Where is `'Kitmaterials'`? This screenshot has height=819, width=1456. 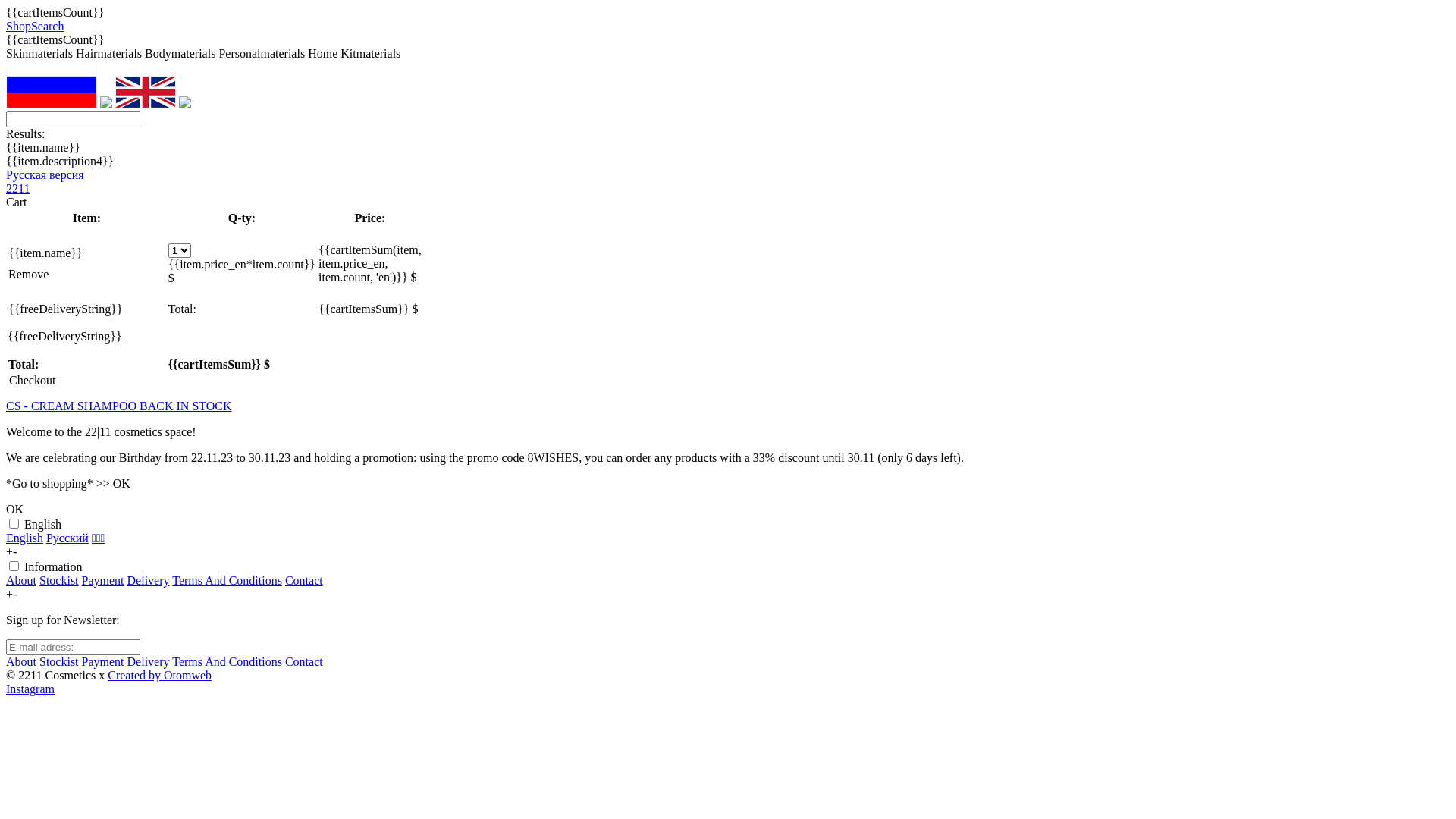 'Kitmaterials' is located at coordinates (370, 52).